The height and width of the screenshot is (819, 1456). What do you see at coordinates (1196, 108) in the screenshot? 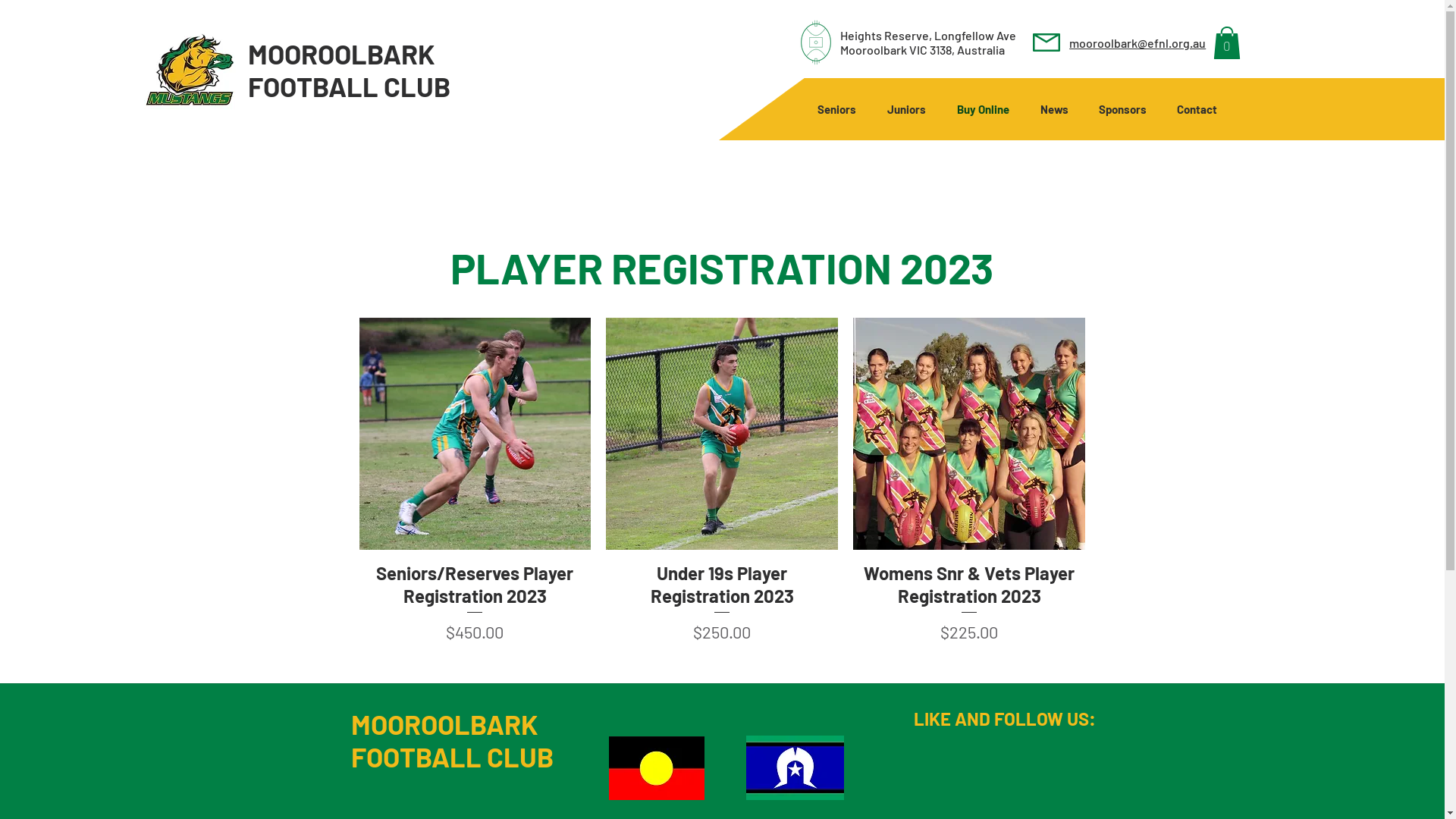
I see `'Contact'` at bounding box center [1196, 108].